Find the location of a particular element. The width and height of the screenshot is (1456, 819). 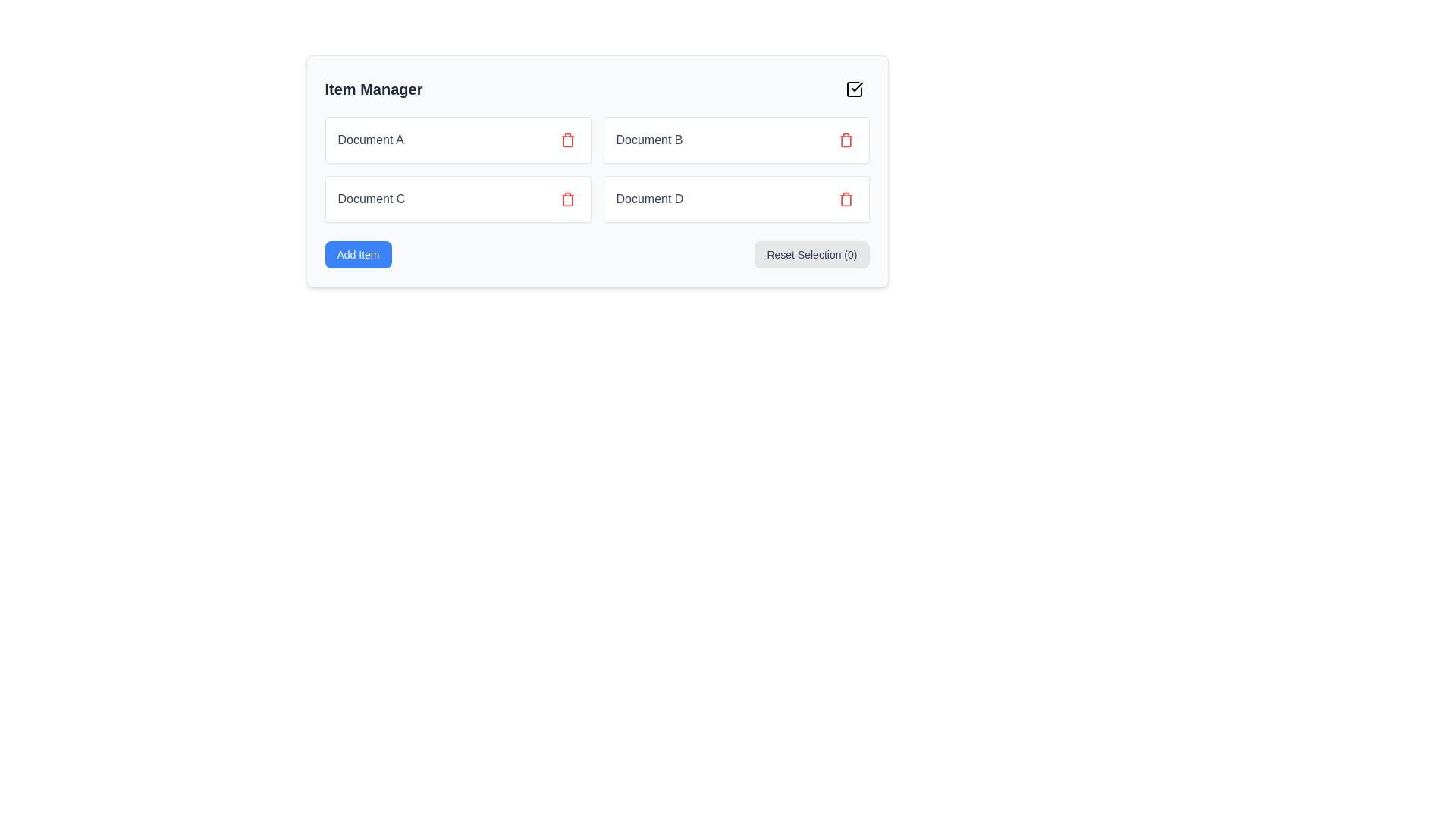

the deletion button located at the far right of the row containing 'Document C', which is the second row in the document list is located at coordinates (566, 198).